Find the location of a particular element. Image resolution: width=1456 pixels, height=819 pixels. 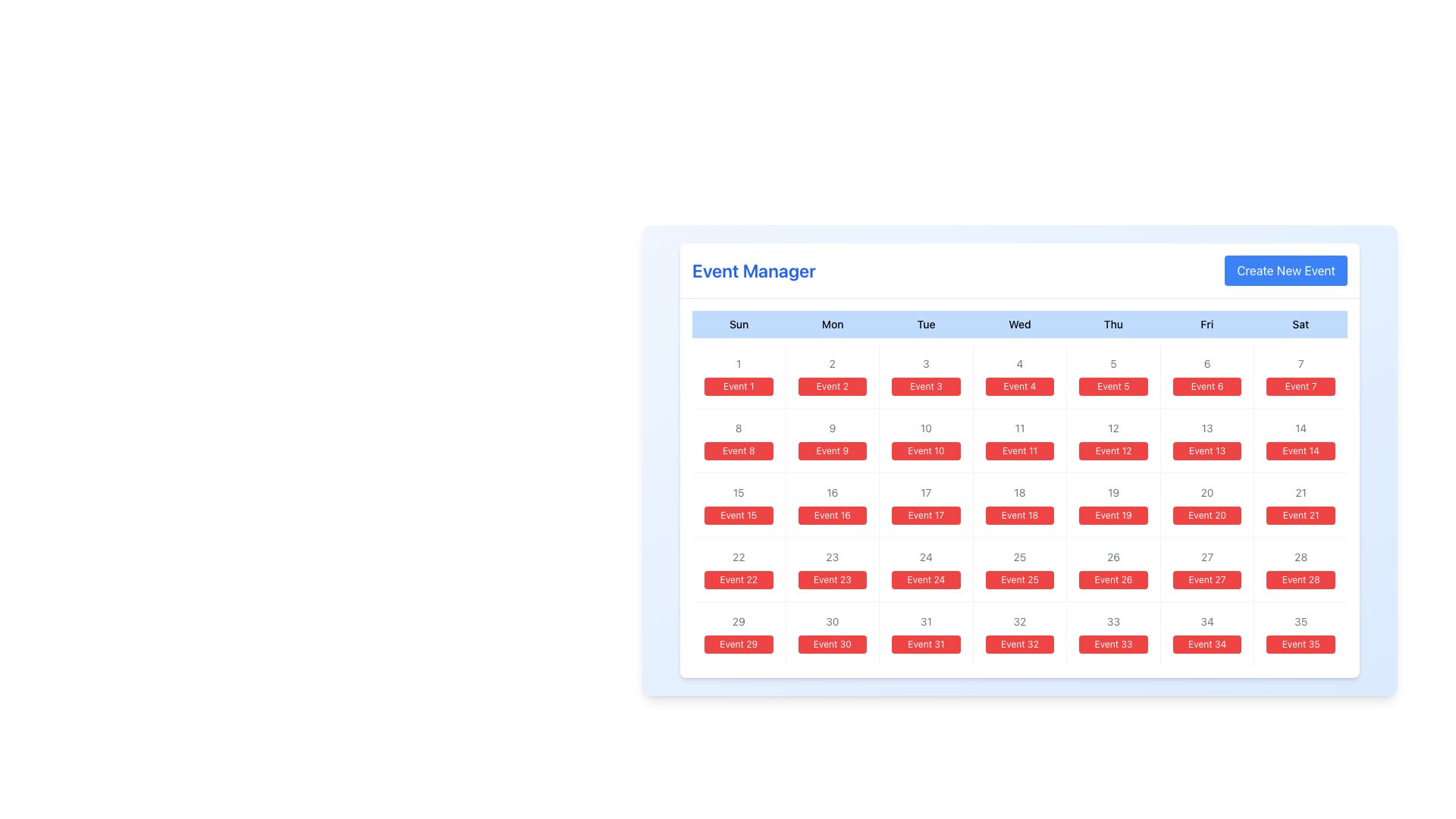

the text label indicating the date '15' above the button labeled 'Event 15' is located at coordinates (739, 493).